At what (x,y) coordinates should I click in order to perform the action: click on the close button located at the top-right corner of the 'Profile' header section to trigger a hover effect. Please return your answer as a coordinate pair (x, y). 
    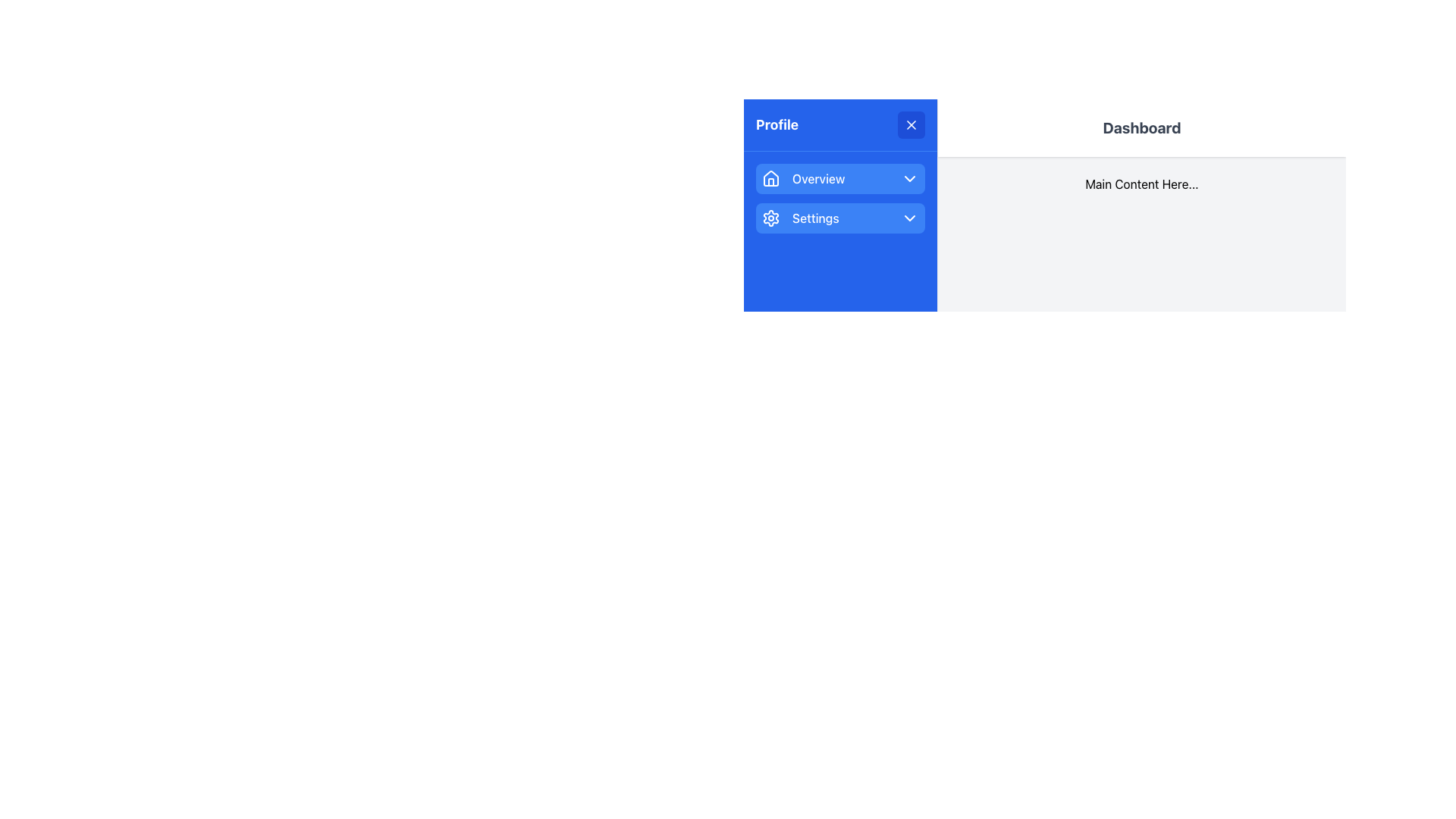
    Looking at the image, I should click on (910, 124).